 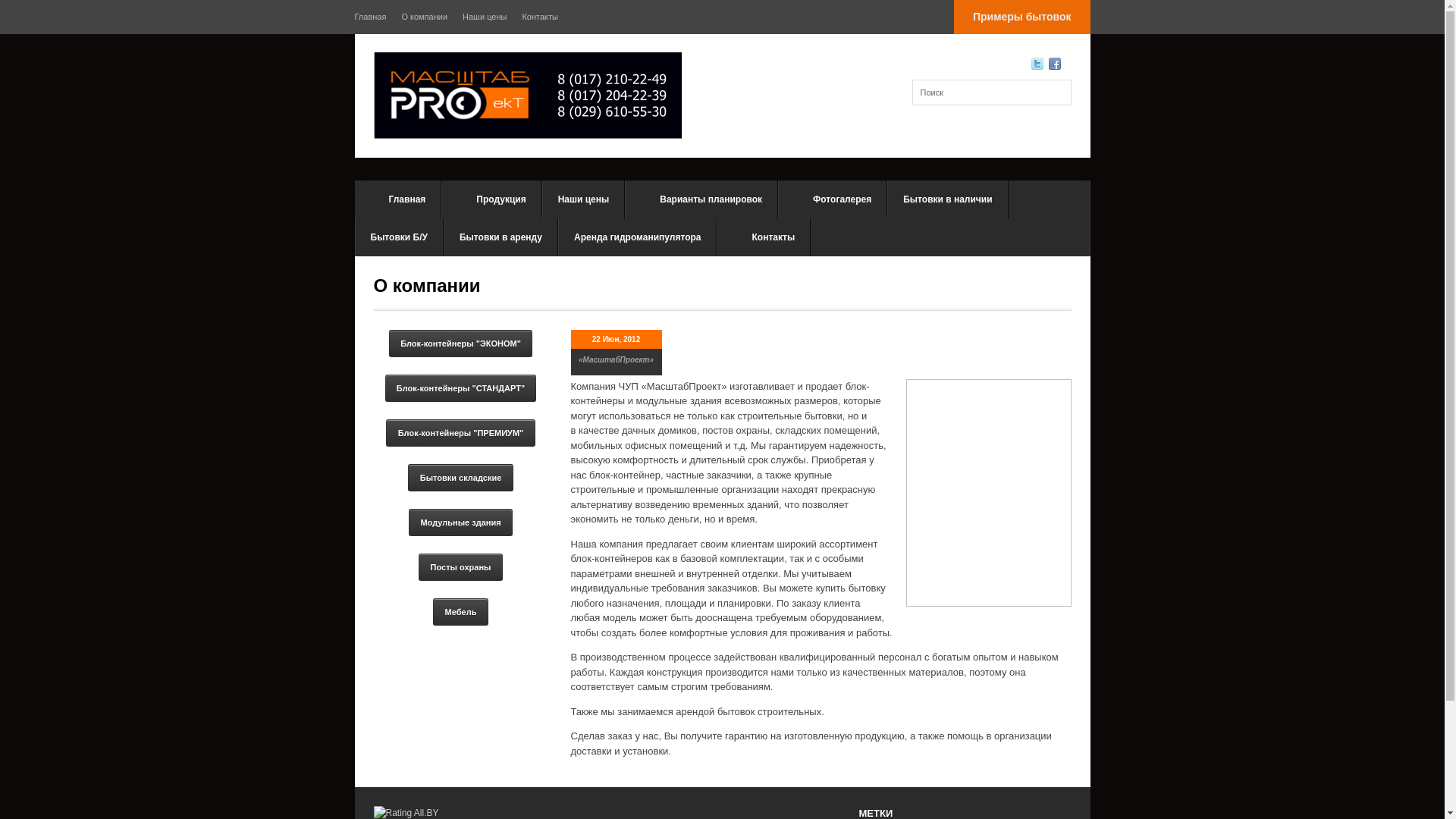 I want to click on 'facebook', so click(x=1047, y=63).